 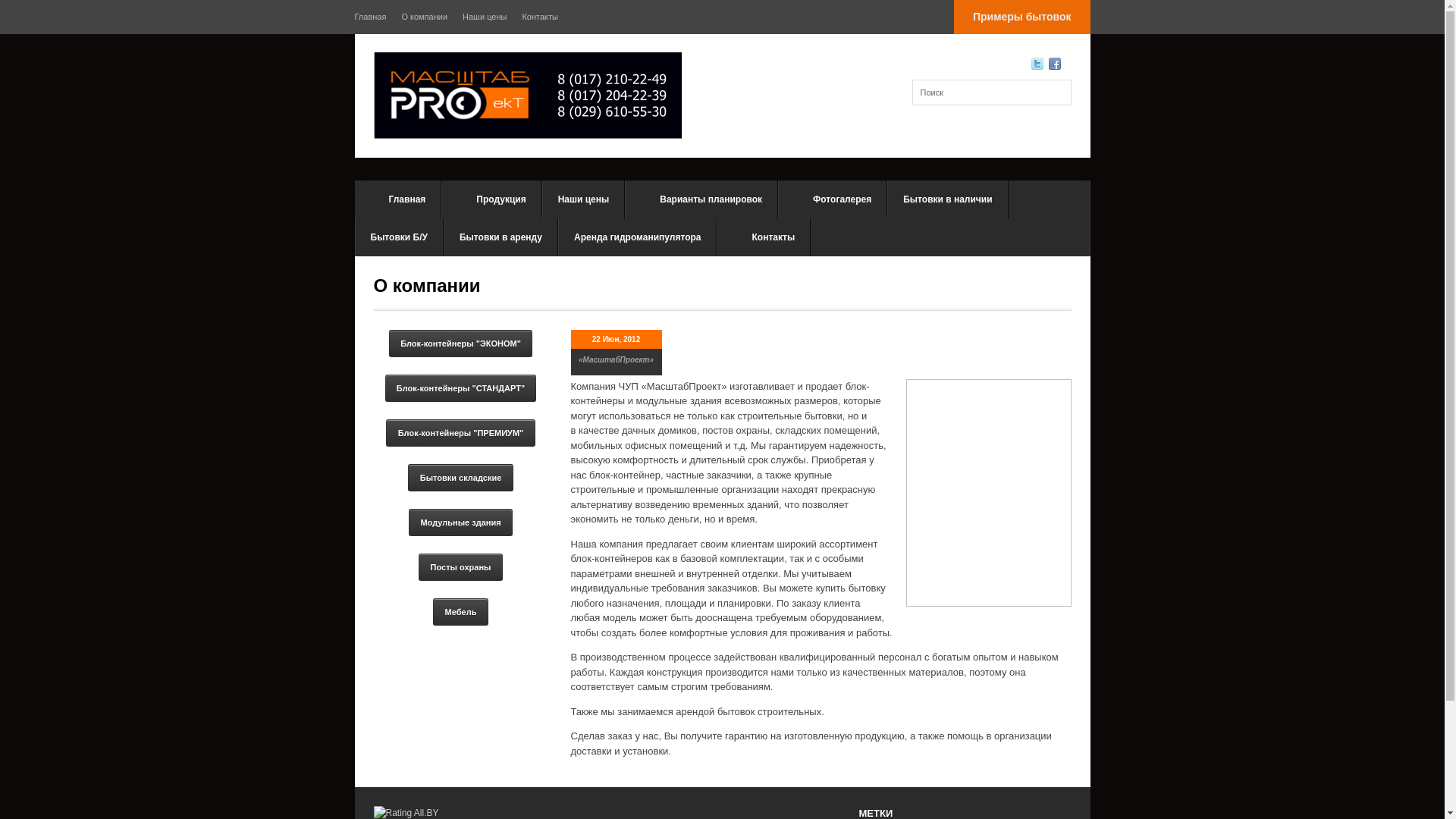 I want to click on 'facebook', so click(x=1047, y=63).